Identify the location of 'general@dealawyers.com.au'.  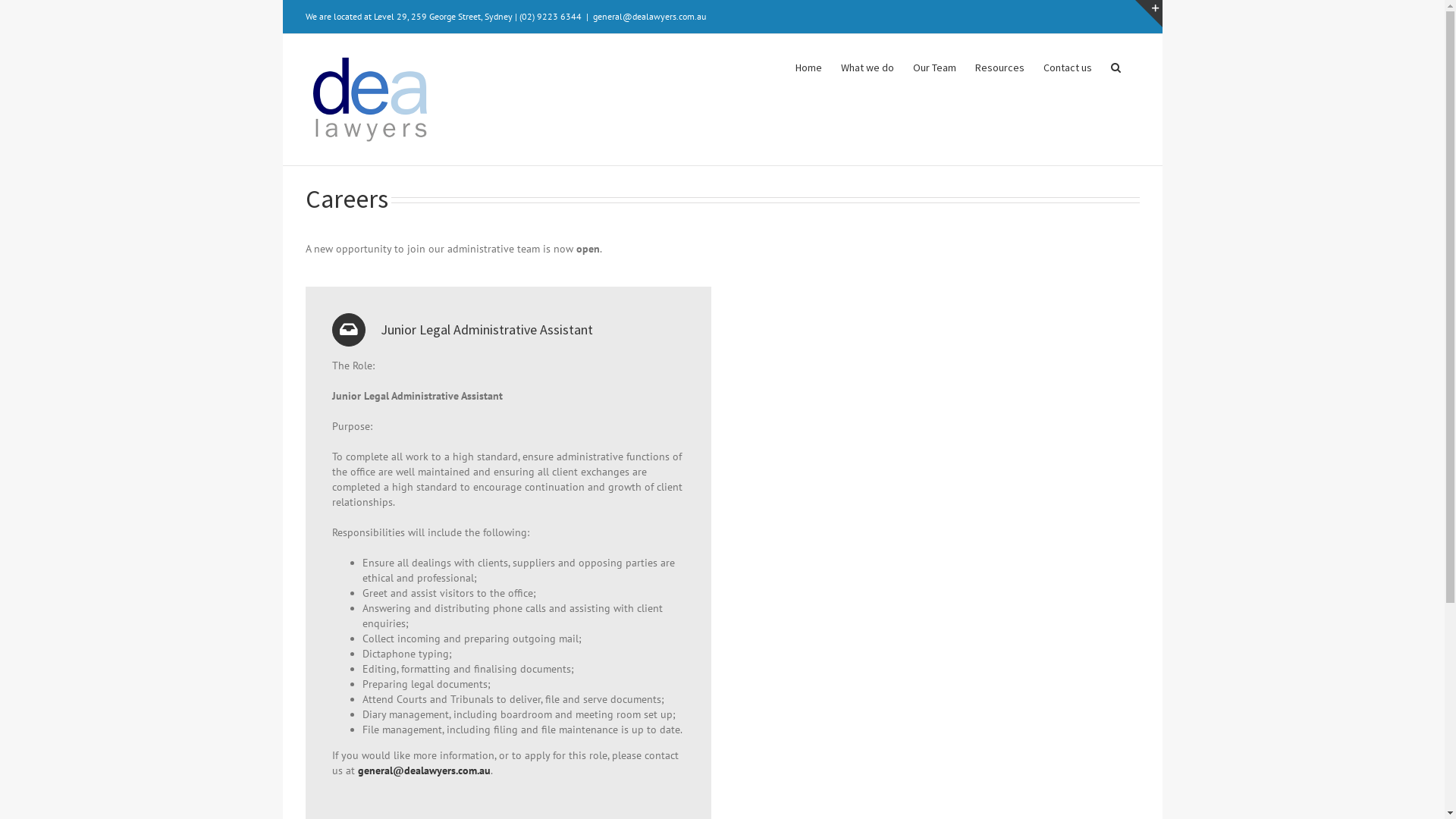
(424, 770).